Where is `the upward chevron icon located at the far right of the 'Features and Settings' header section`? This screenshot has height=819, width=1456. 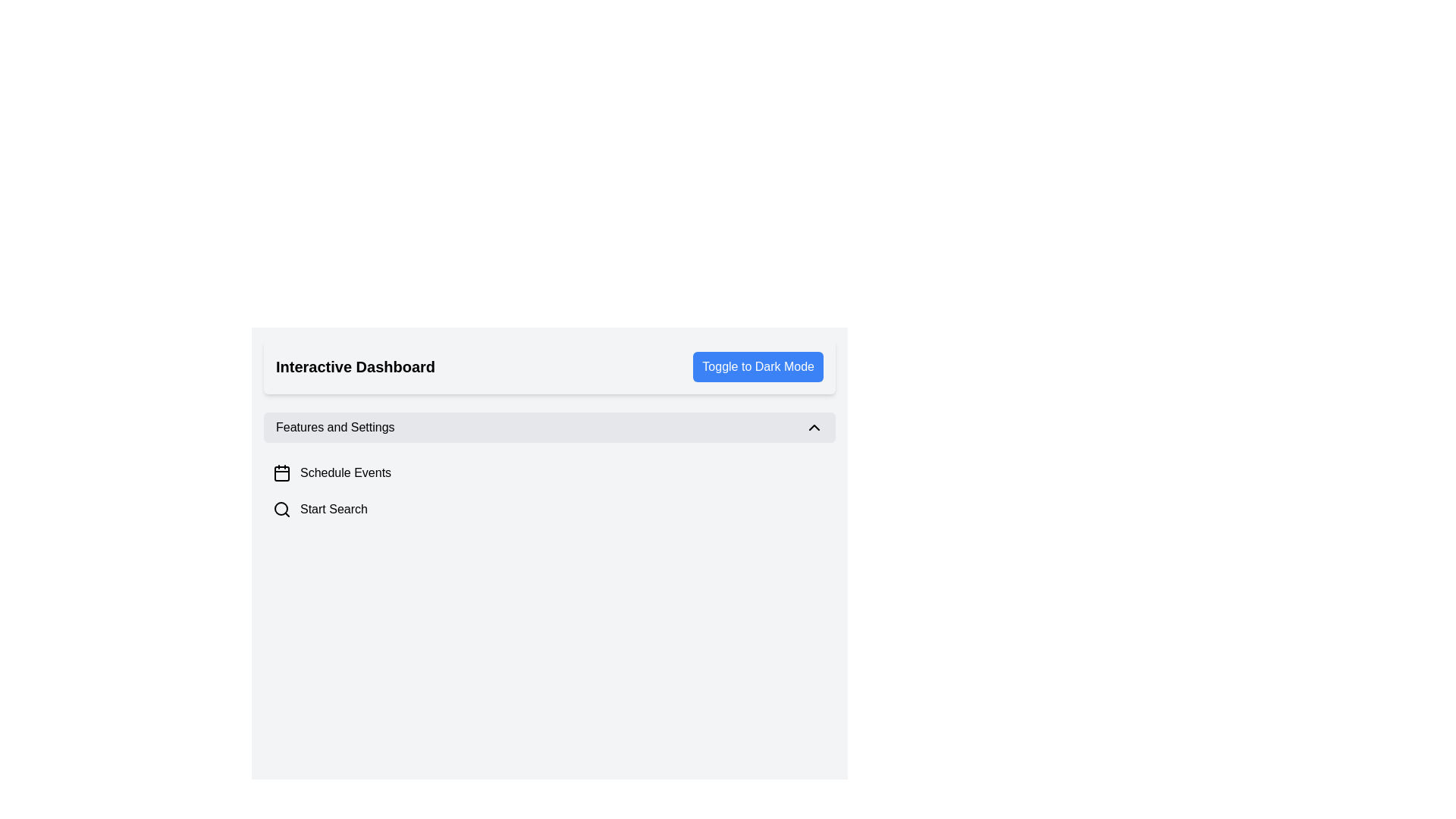 the upward chevron icon located at the far right of the 'Features and Settings' header section is located at coordinates (814, 427).